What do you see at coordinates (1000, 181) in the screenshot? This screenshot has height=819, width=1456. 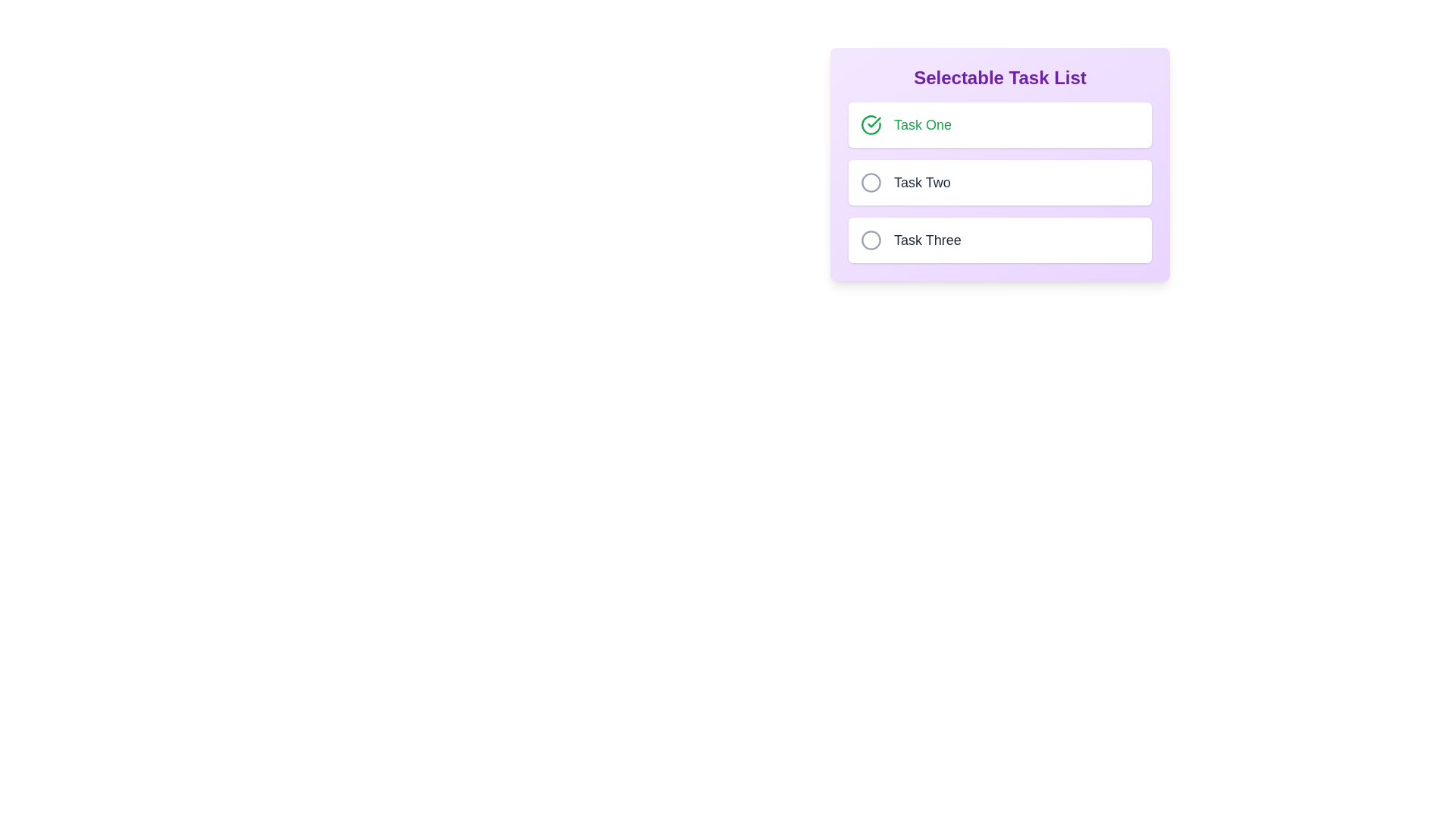 I see `the selectable list item with radio button labeled 'Task Two'` at bounding box center [1000, 181].